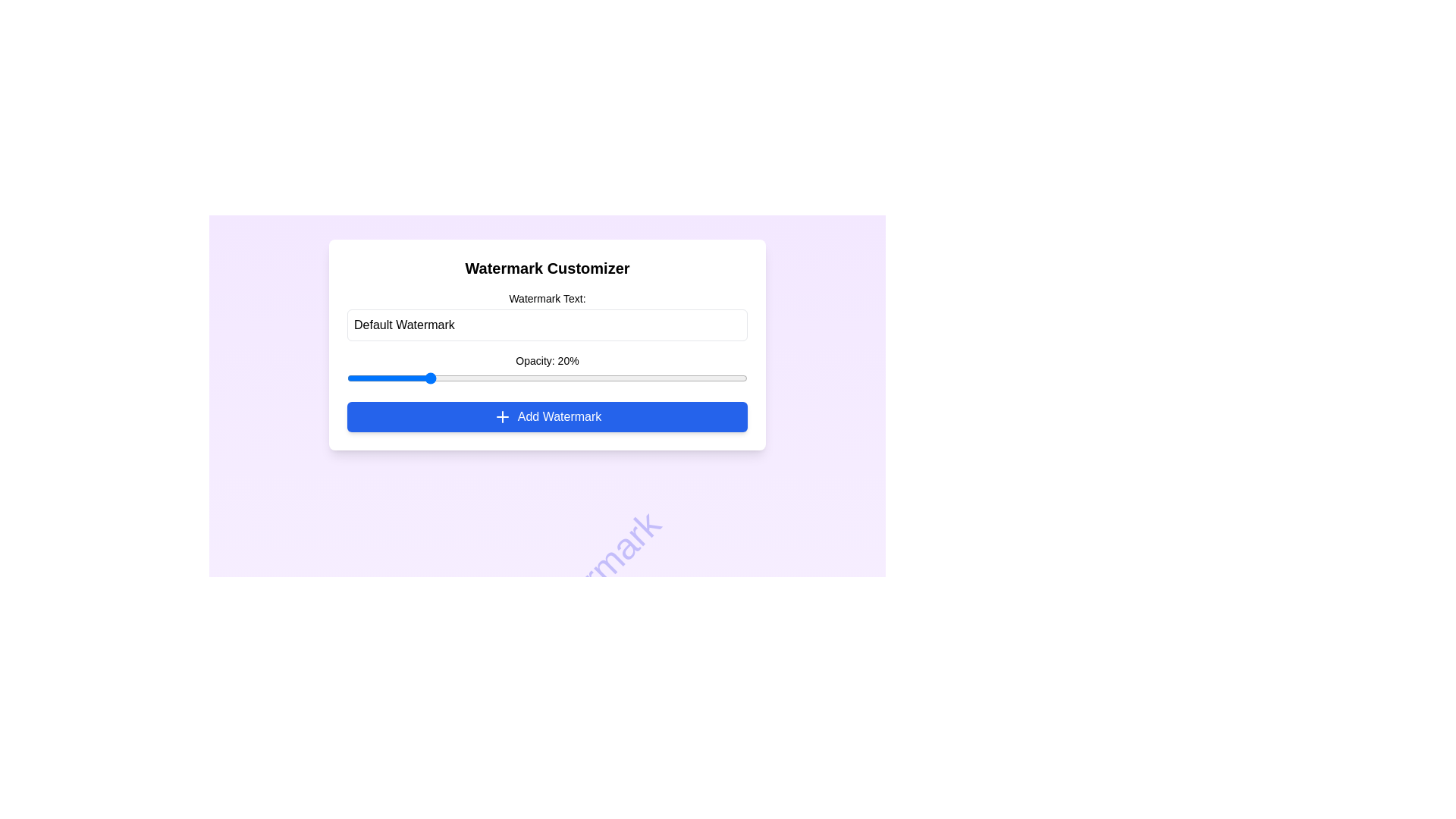 Image resolution: width=1456 pixels, height=819 pixels. Describe the element at coordinates (546, 377) in the screenshot. I see `the horizontal range slider with a blue thumb and gray track, located beneath the 'Opacity: 20%' label` at that location.